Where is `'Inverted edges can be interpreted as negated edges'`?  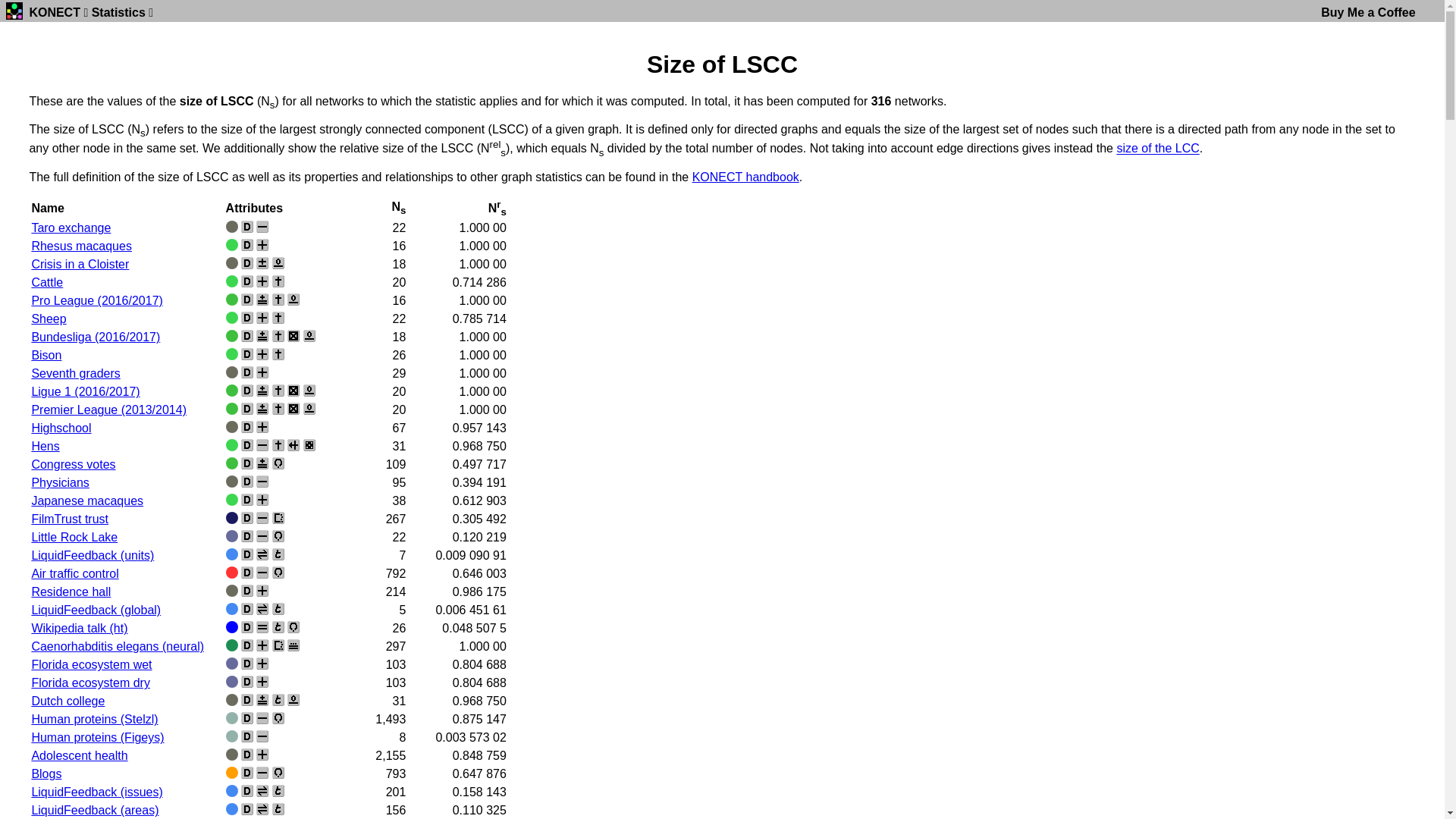 'Inverted edges can be interpreted as negated edges' is located at coordinates (278, 390).